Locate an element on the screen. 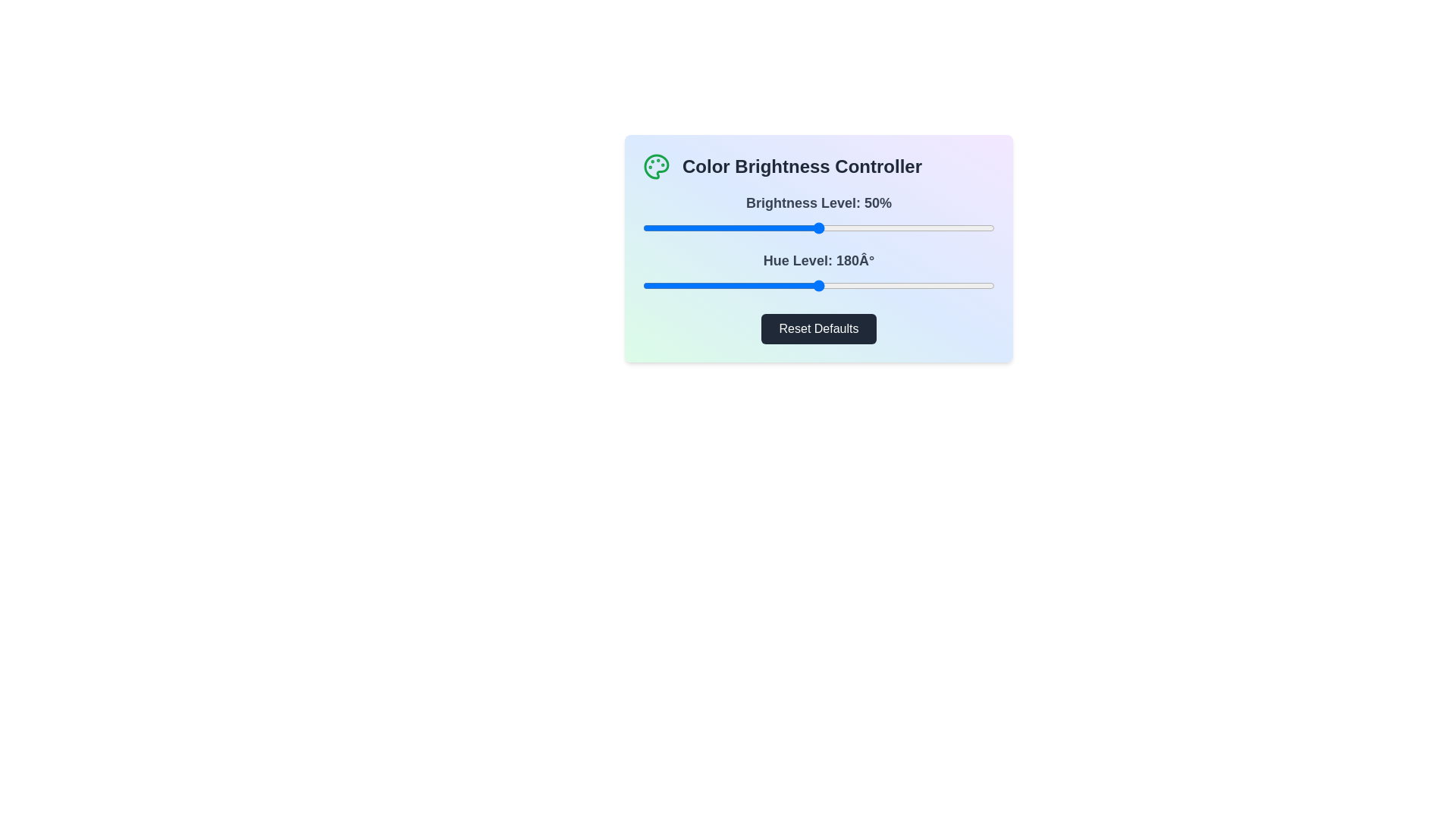 The width and height of the screenshot is (1456, 819). the hue level to 108° by interacting with the hue slider is located at coordinates (748, 286).